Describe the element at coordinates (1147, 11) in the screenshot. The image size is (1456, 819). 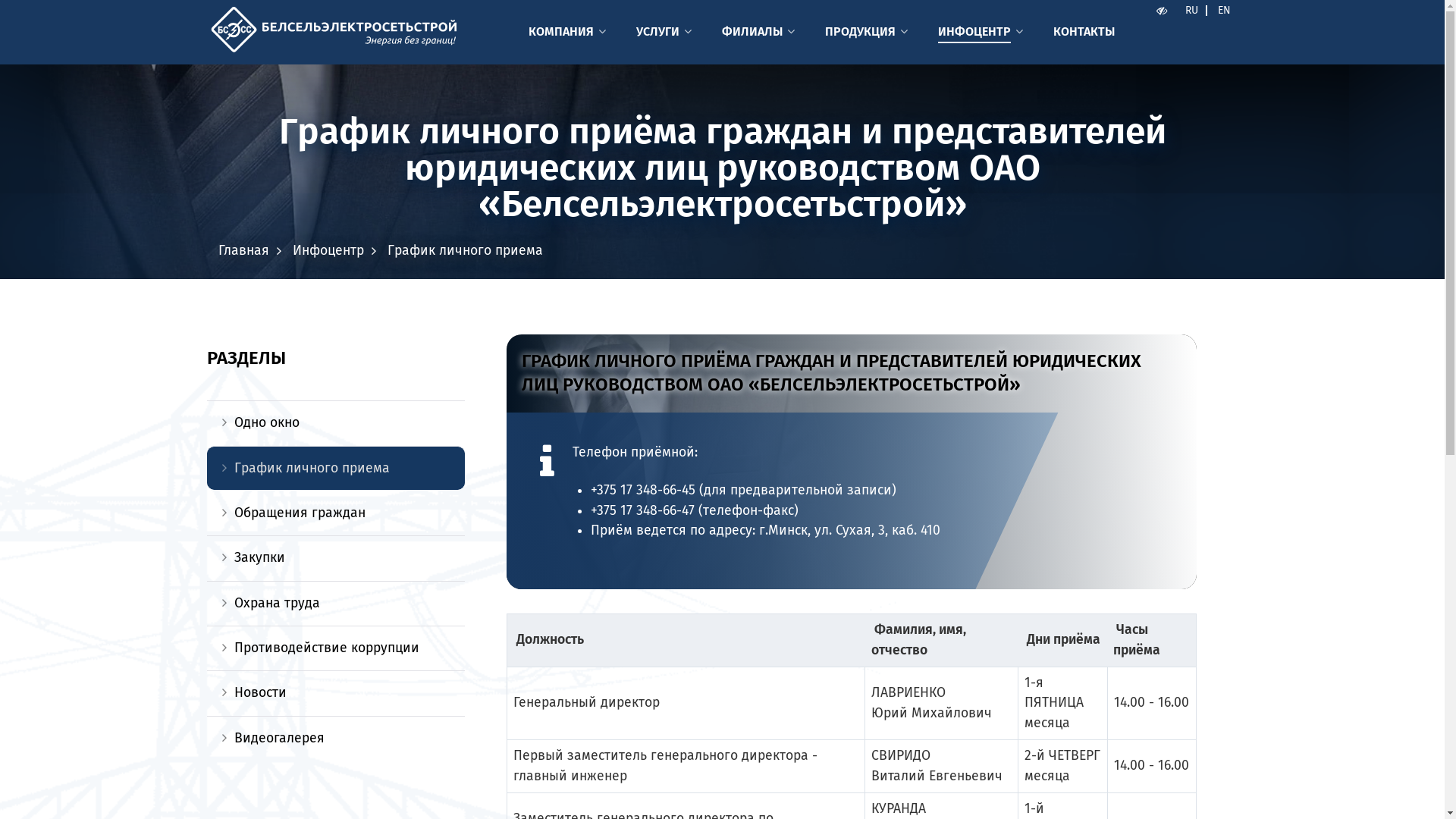
I see `' '` at that location.